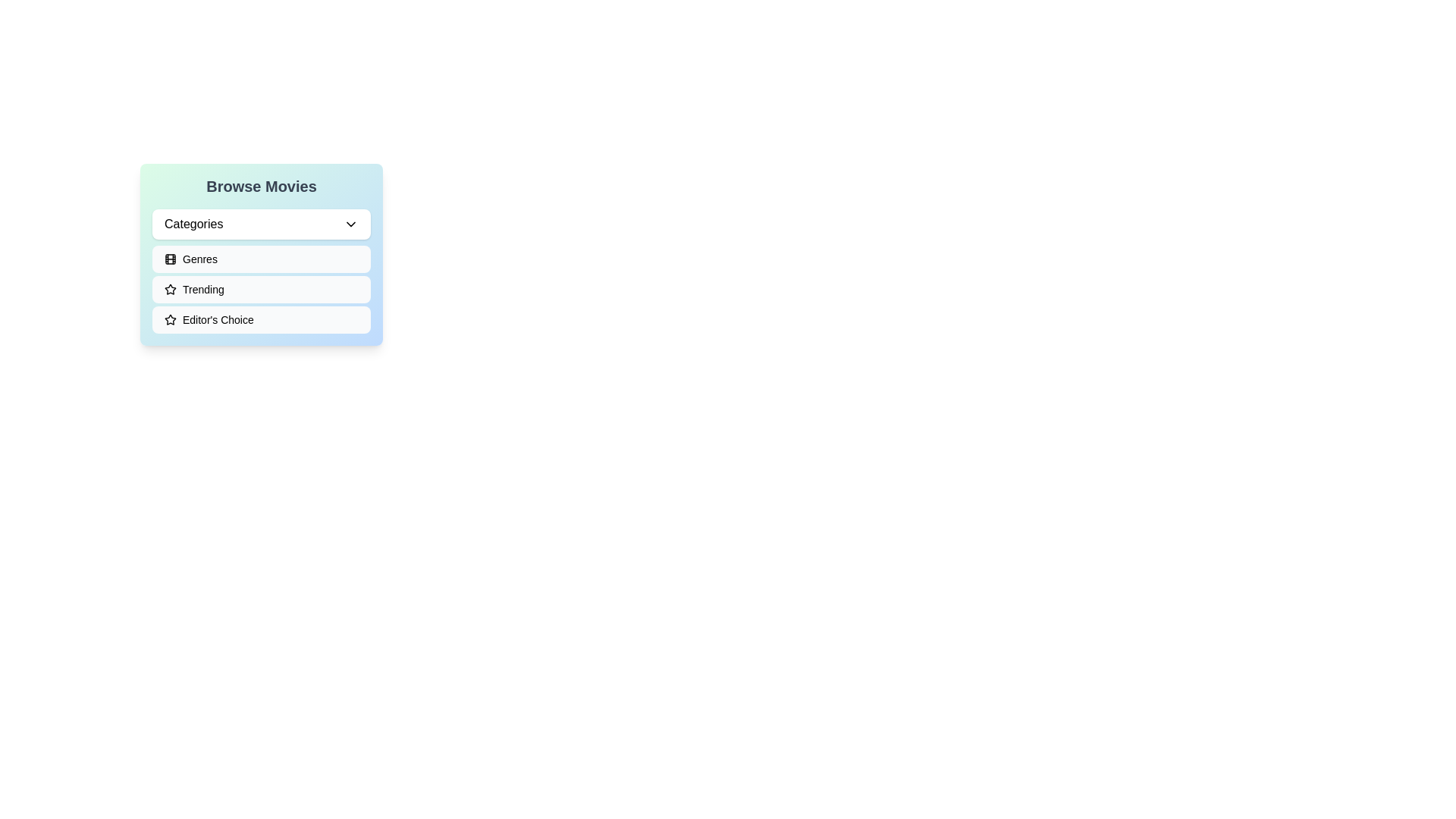 This screenshot has height=819, width=1456. What do you see at coordinates (262, 289) in the screenshot?
I see `the 'Trending' button, which is a horizontal button with a light background and rounded edges, located in the vertical menu list beneath the 'Categories' dropdown, positioned between 'Genres' and 'Editor's Choice'` at bounding box center [262, 289].